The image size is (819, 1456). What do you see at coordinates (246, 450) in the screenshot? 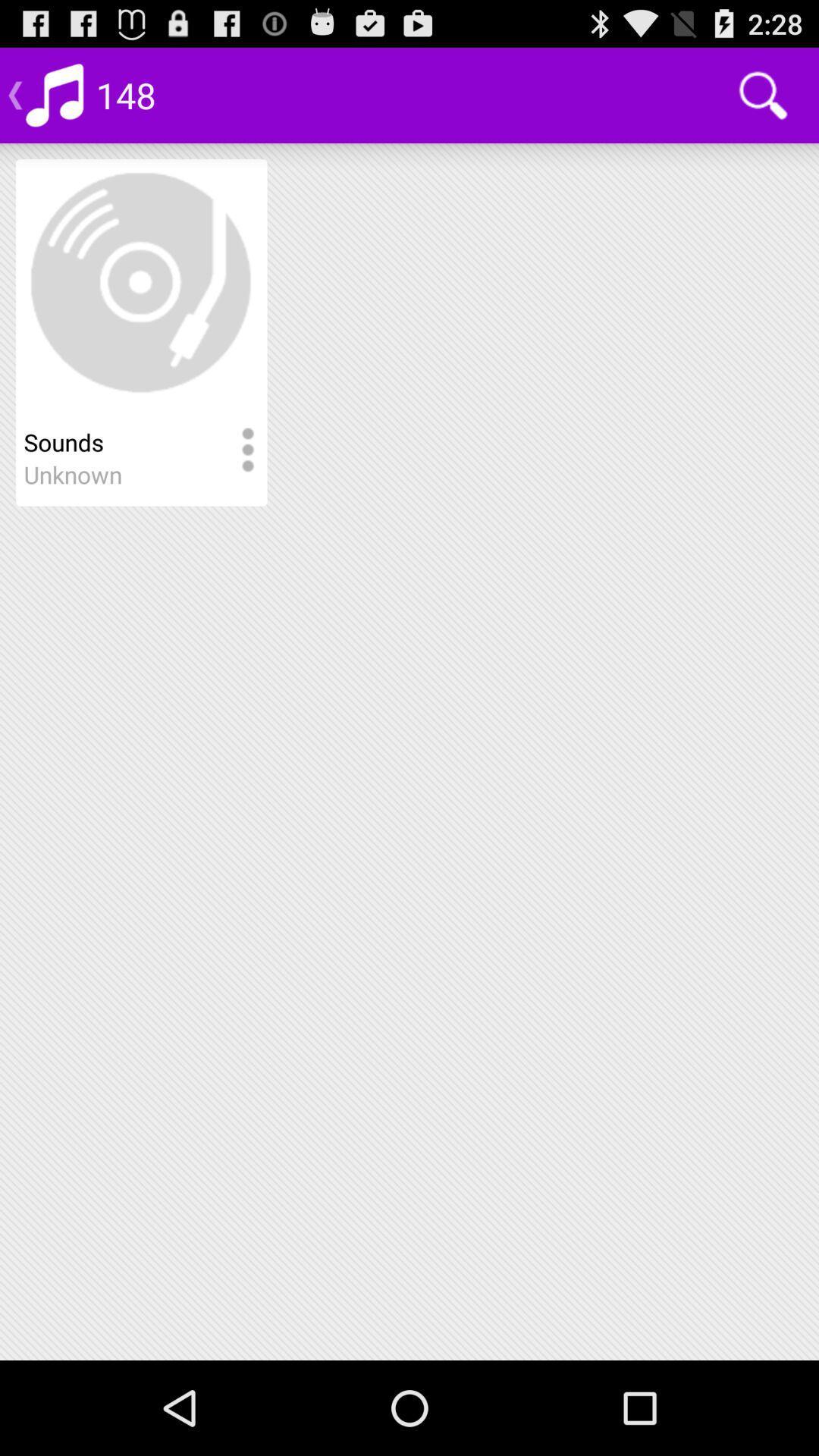
I see `more option` at bounding box center [246, 450].